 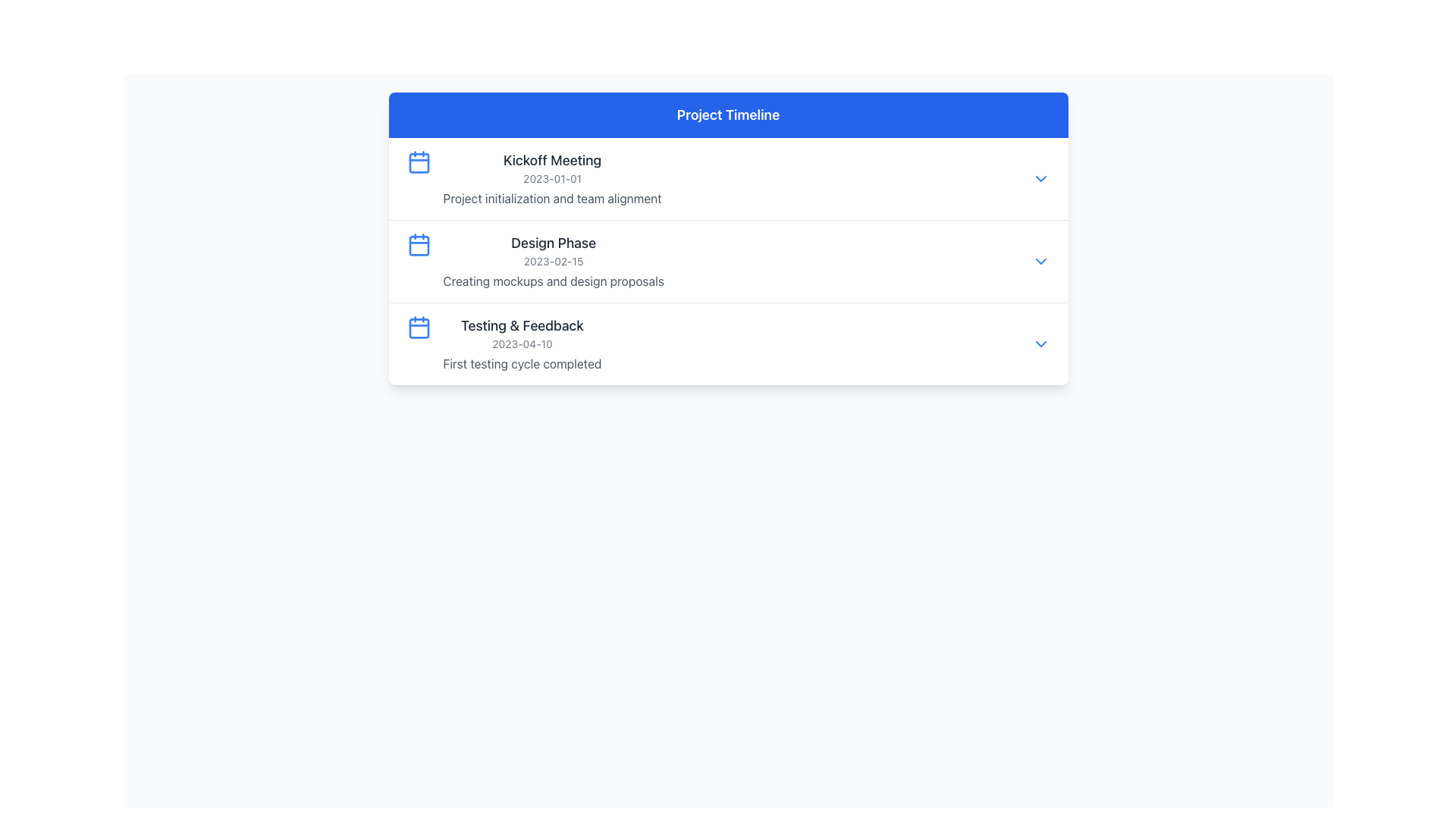 I want to click on the calendar icon located to the left of the 'Testing & Feedback' text in the third entry of the timeline list, so click(x=419, y=327).